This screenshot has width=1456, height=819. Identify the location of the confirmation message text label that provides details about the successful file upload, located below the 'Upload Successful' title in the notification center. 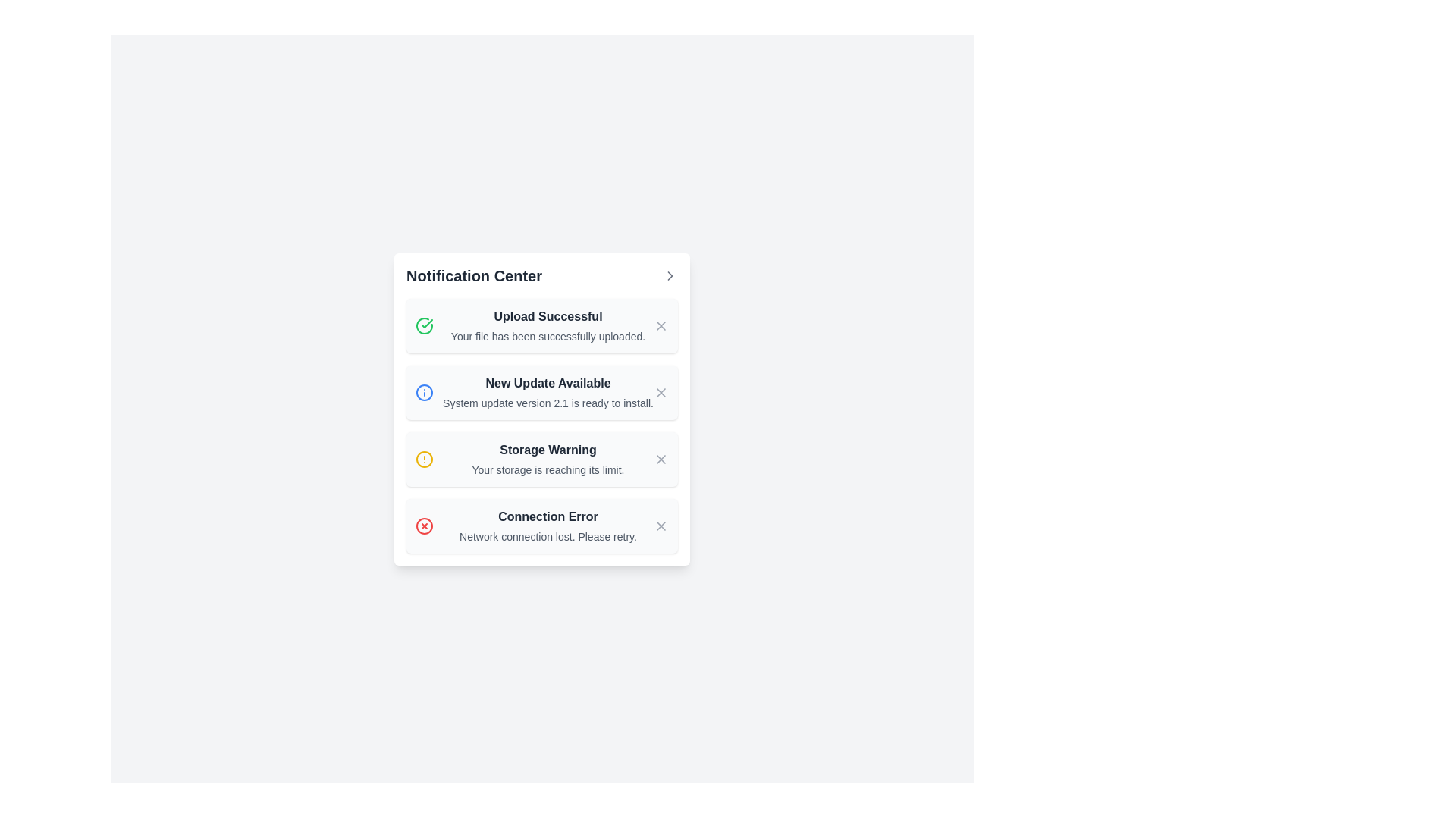
(548, 335).